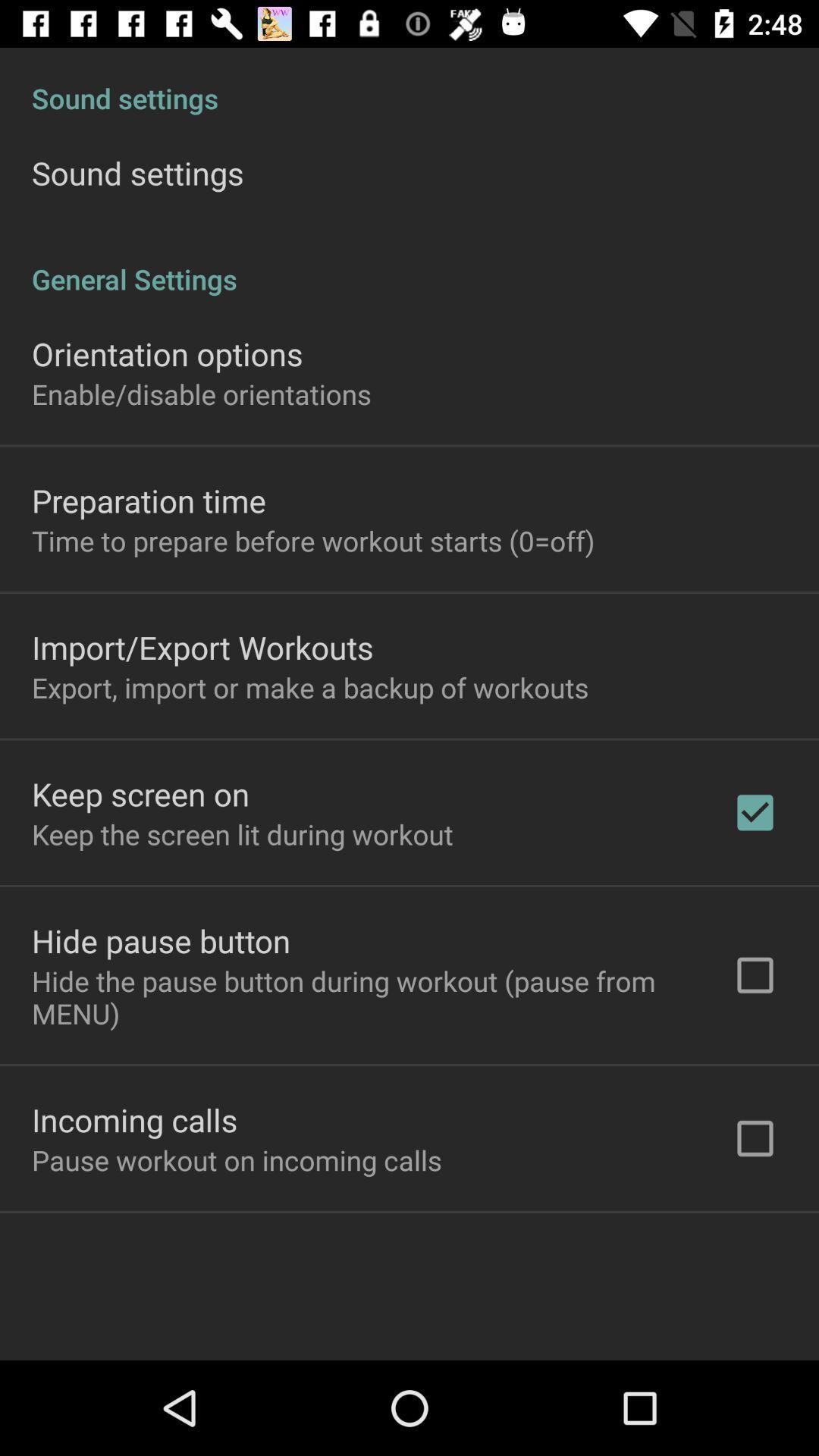 The width and height of the screenshot is (819, 1456). Describe the element at coordinates (409, 263) in the screenshot. I see `icon above orientation options icon` at that location.